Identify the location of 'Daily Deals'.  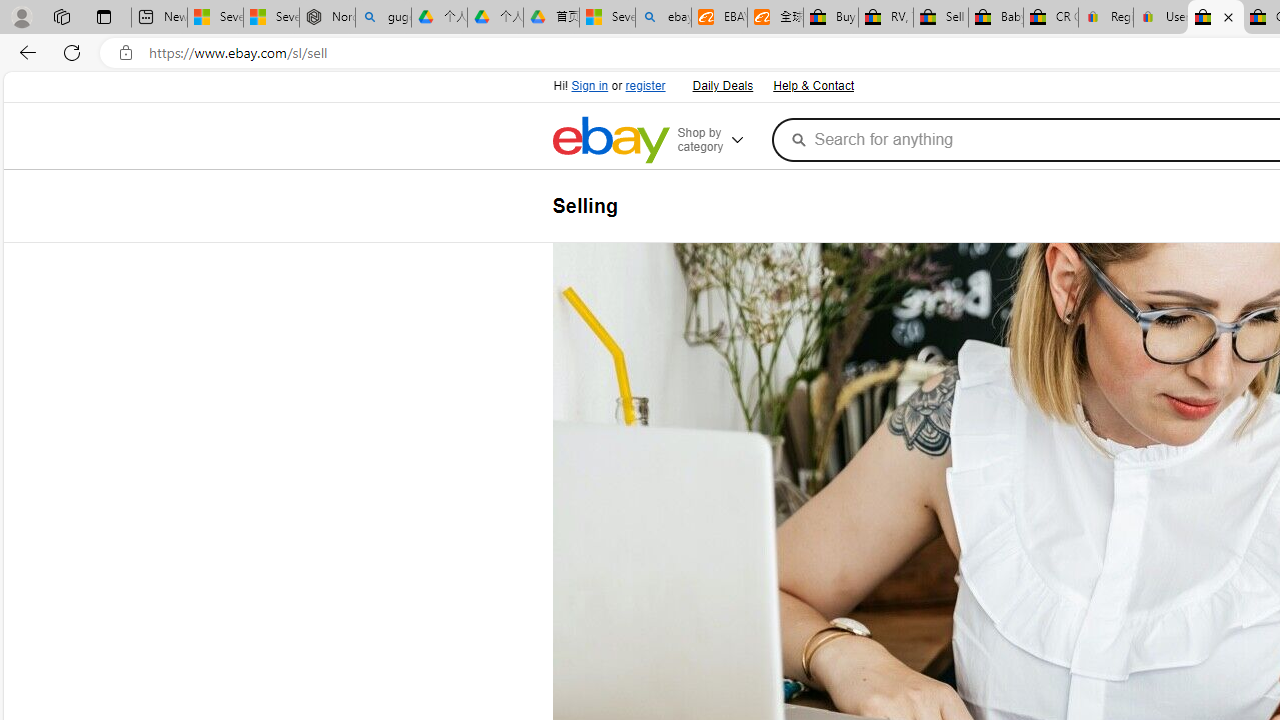
(720, 83).